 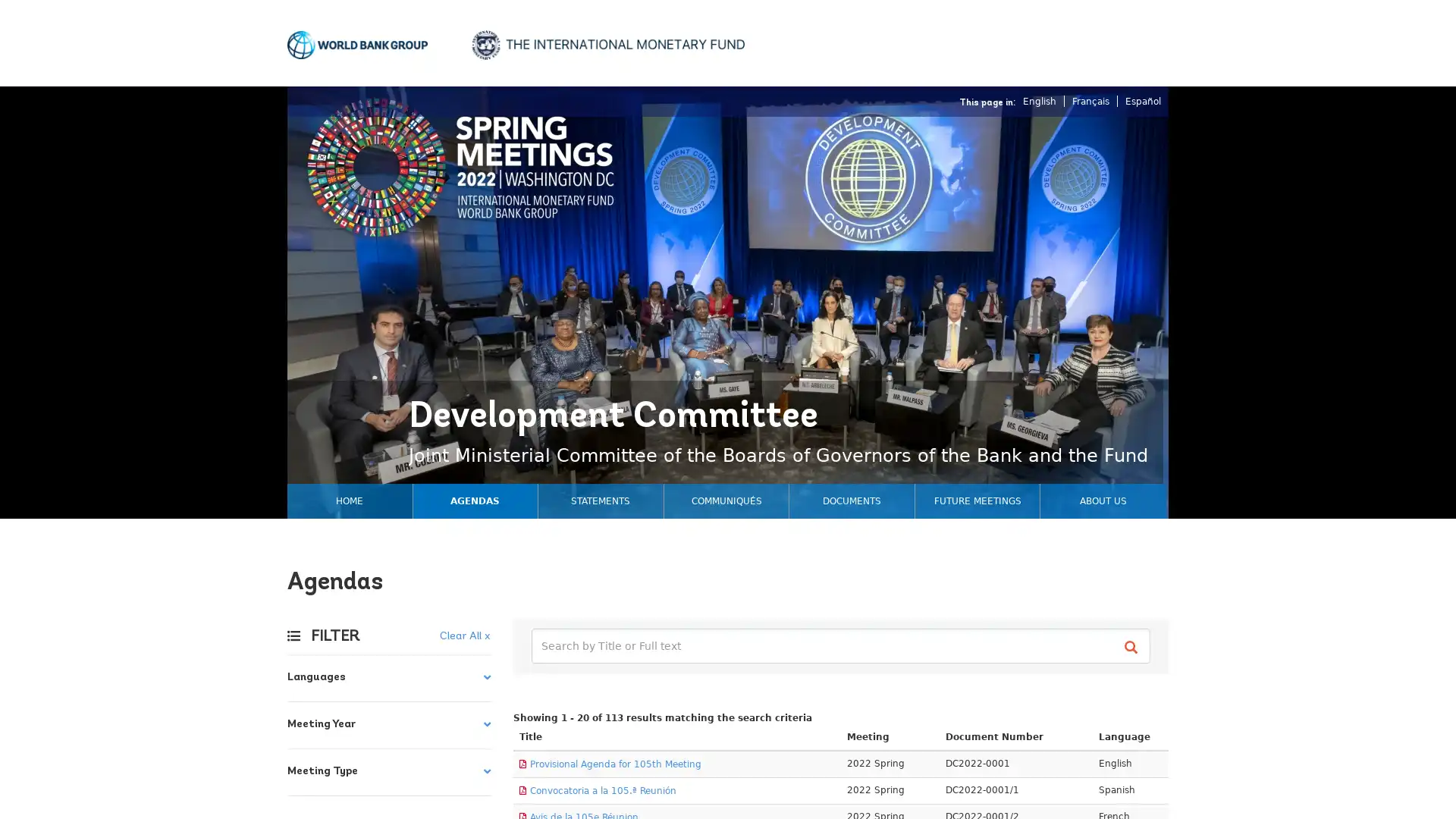 I want to click on Meeting Type, so click(x=389, y=772).